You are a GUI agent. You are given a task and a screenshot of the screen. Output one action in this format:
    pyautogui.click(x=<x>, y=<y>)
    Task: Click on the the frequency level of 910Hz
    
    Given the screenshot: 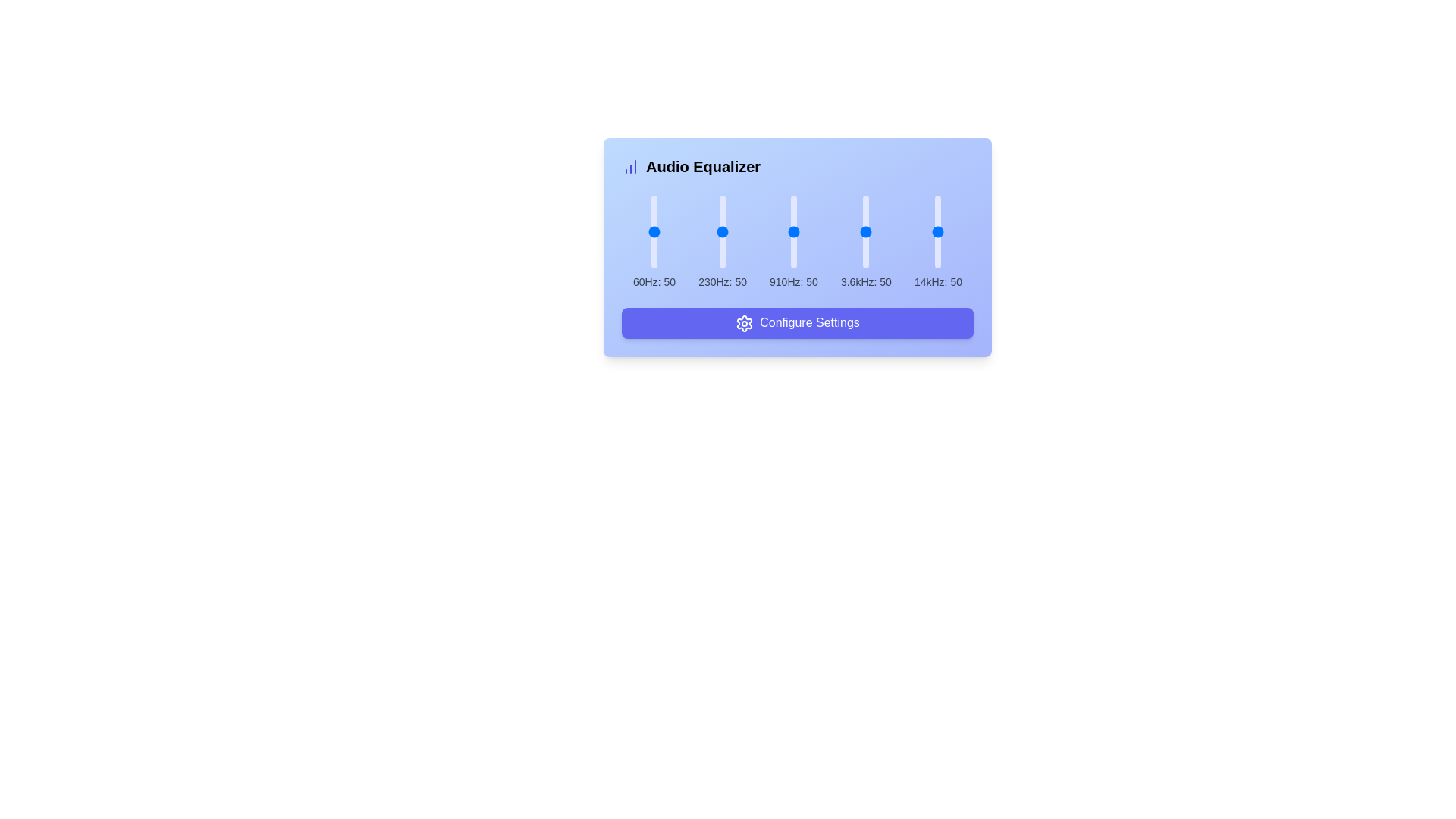 What is the action you would take?
    pyautogui.click(x=792, y=230)
    